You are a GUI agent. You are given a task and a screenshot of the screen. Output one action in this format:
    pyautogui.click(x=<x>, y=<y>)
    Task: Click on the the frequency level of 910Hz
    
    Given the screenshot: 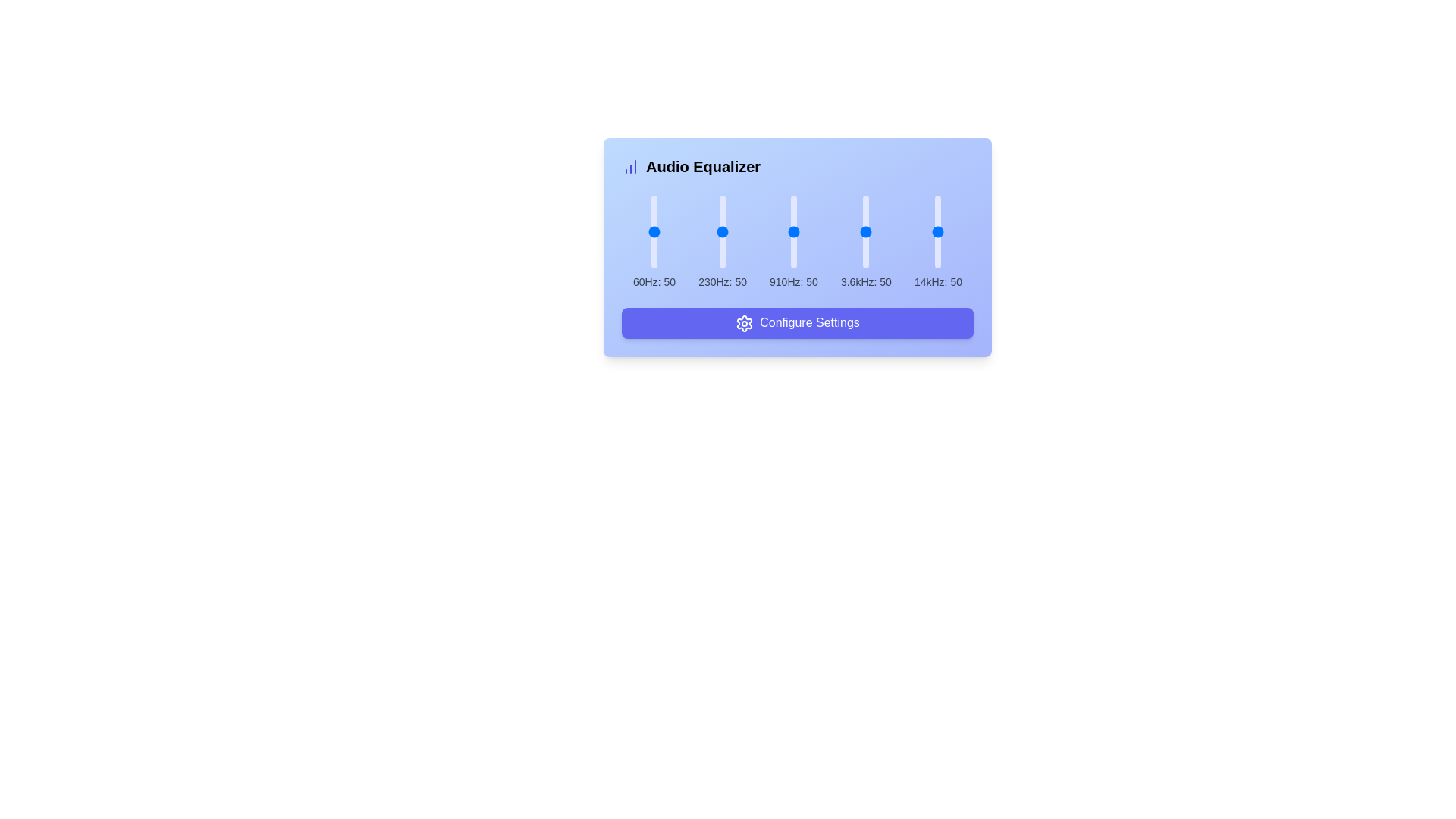 What is the action you would take?
    pyautogui.click(x=792, y=230)
    